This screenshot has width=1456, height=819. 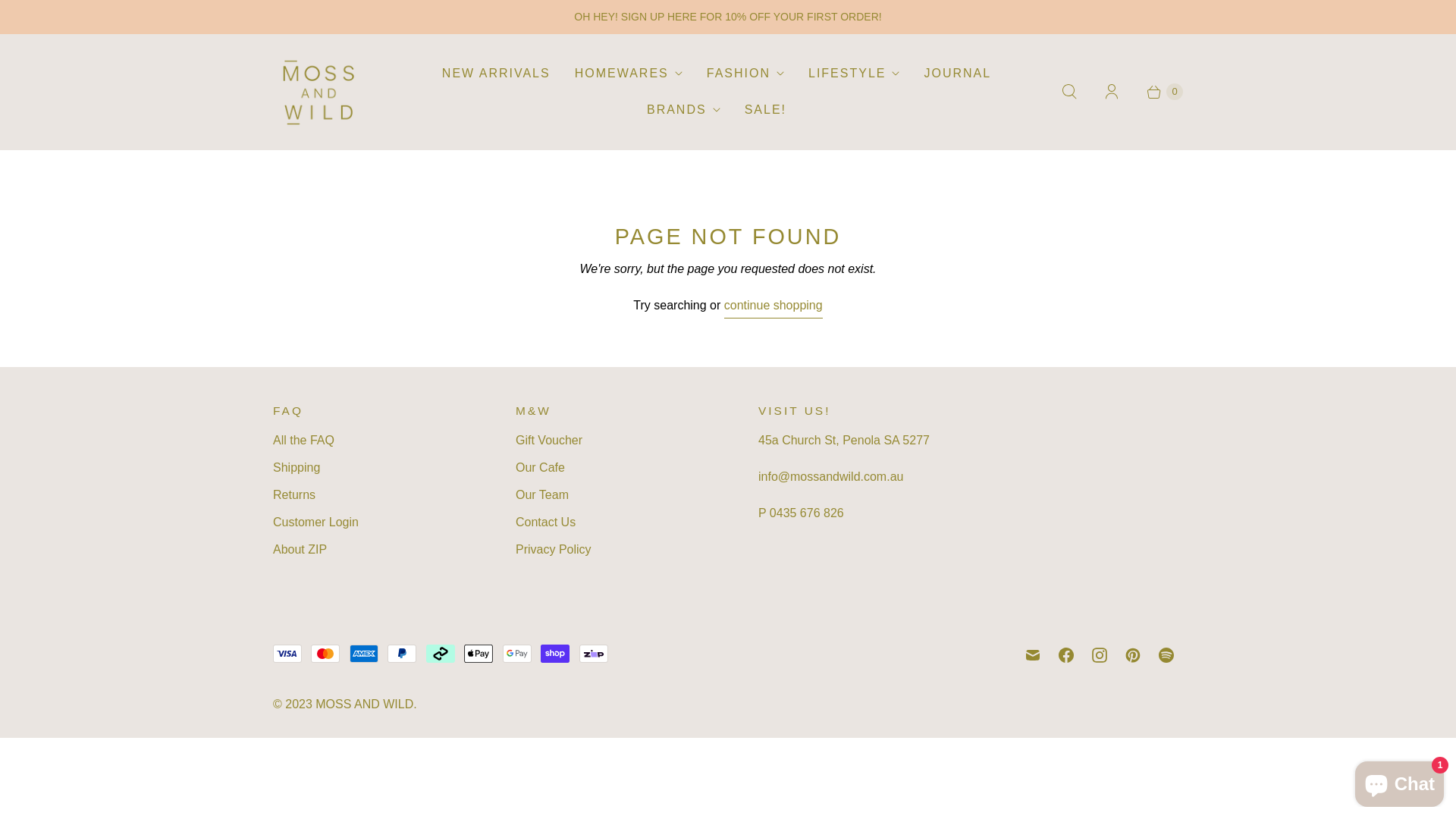 What do you see at coordinates (1132, 91) in the screenshot?
I see `'0'` at bounding box center [1132, 91].